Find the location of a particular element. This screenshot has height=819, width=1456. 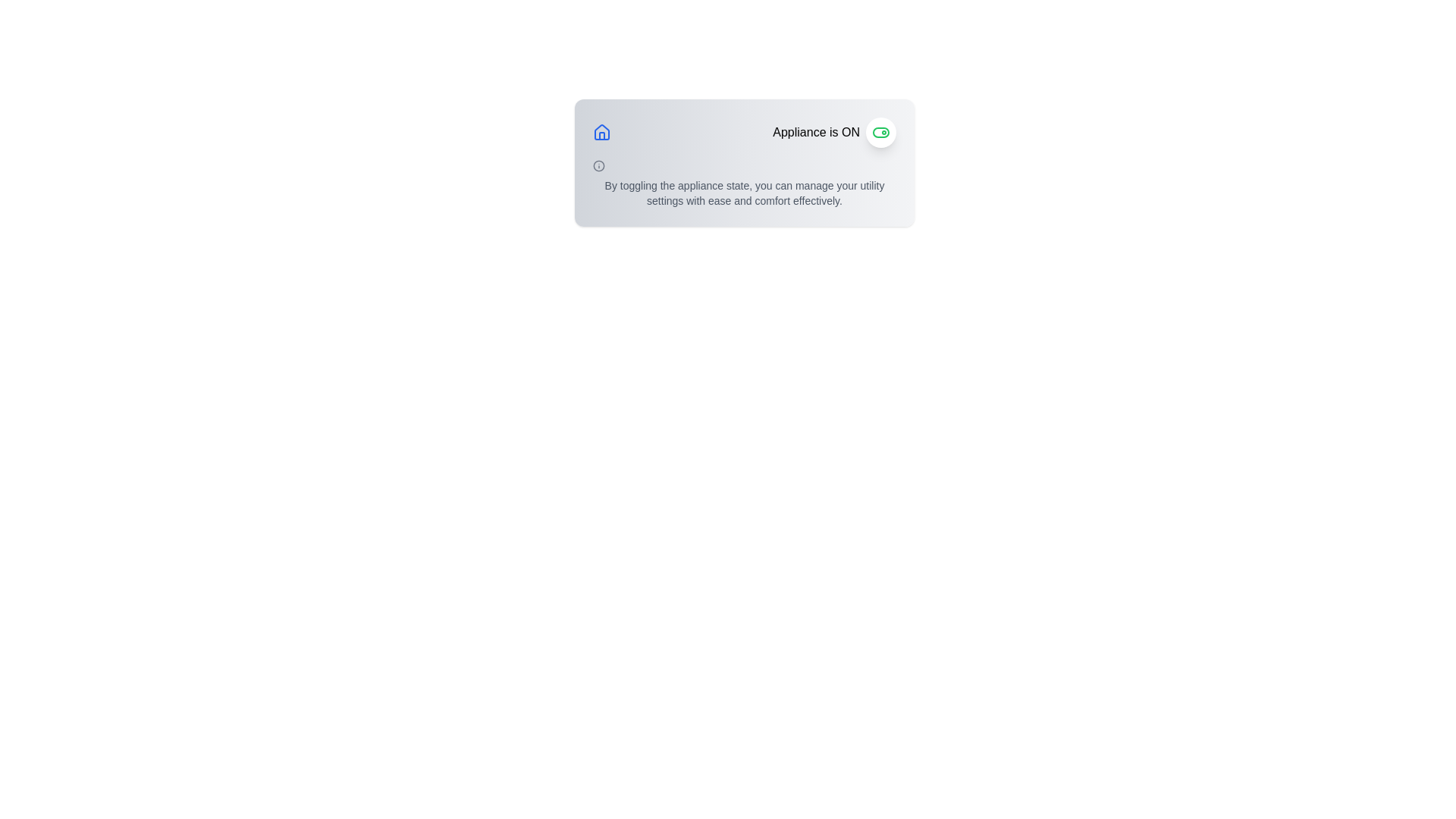

the toggle button in the top-right corner of the 'Appliance is ON' informational card to change its state is located at coordinates (880, 131).